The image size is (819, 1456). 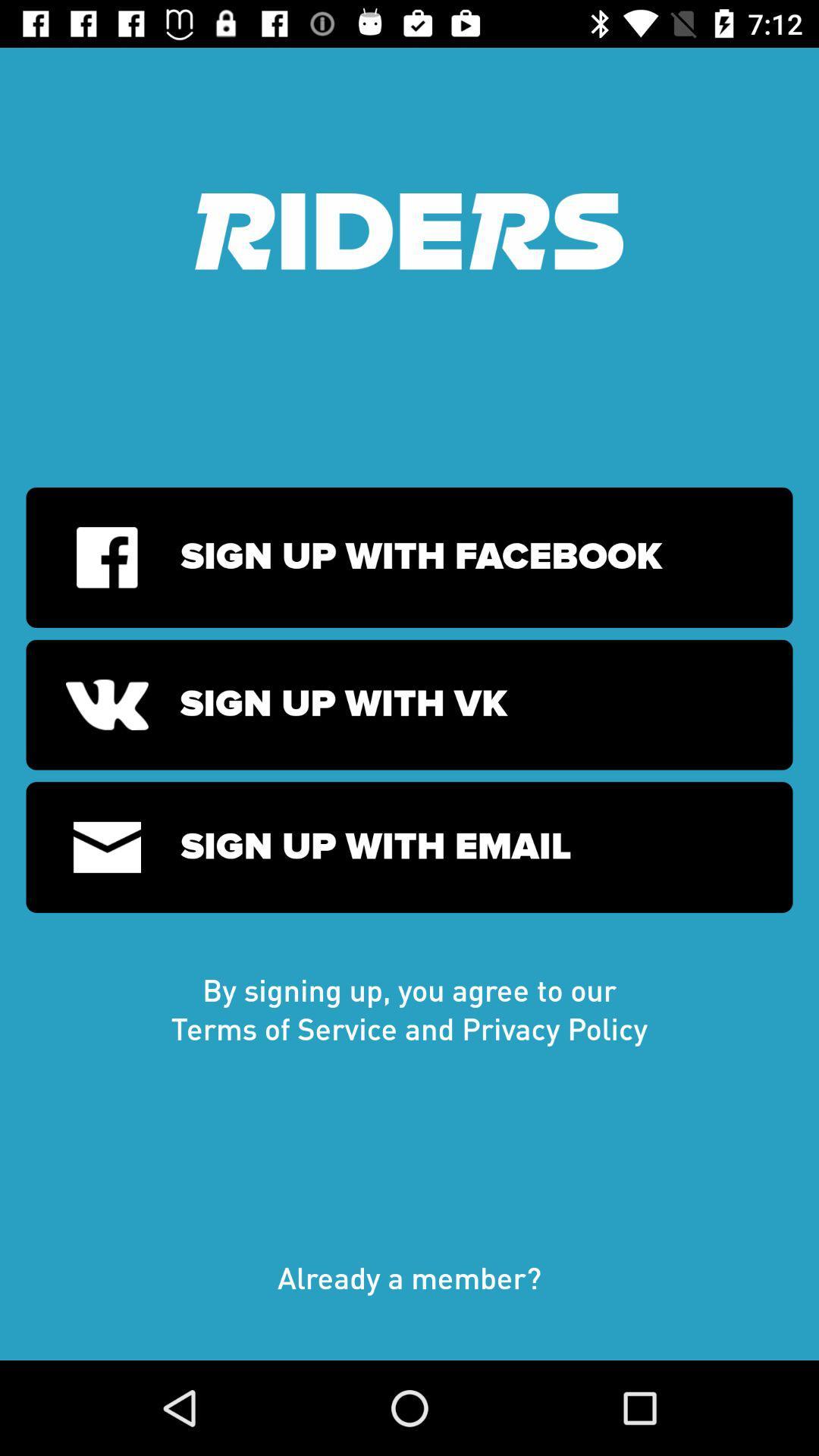 What do you see at coordinates (409, 1009) in the screenshot?
I see `the by signing up icon` at bounding box center [409, 1009].